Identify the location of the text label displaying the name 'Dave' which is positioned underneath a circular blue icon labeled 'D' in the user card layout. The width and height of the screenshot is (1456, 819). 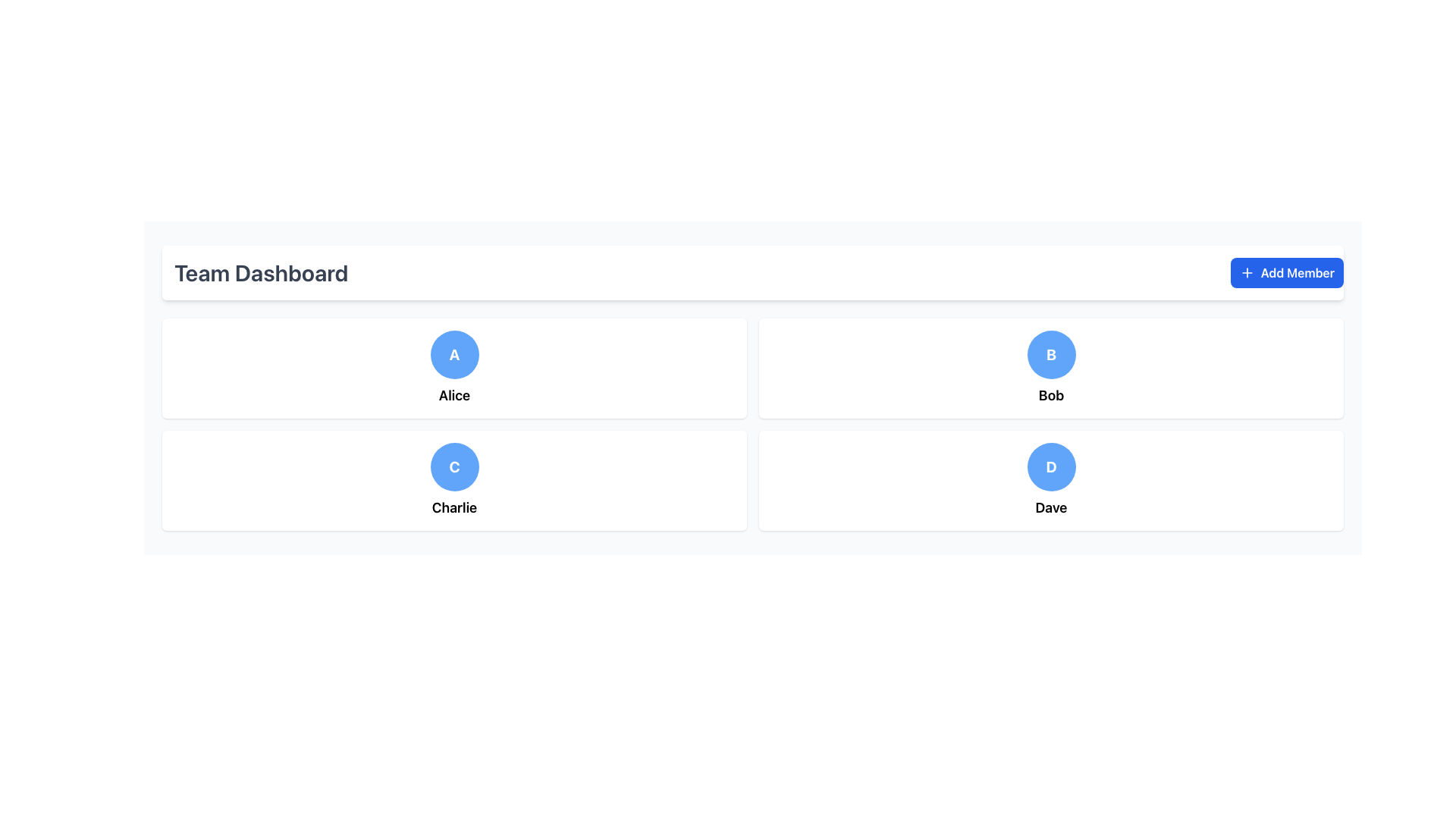
(1050, 508).